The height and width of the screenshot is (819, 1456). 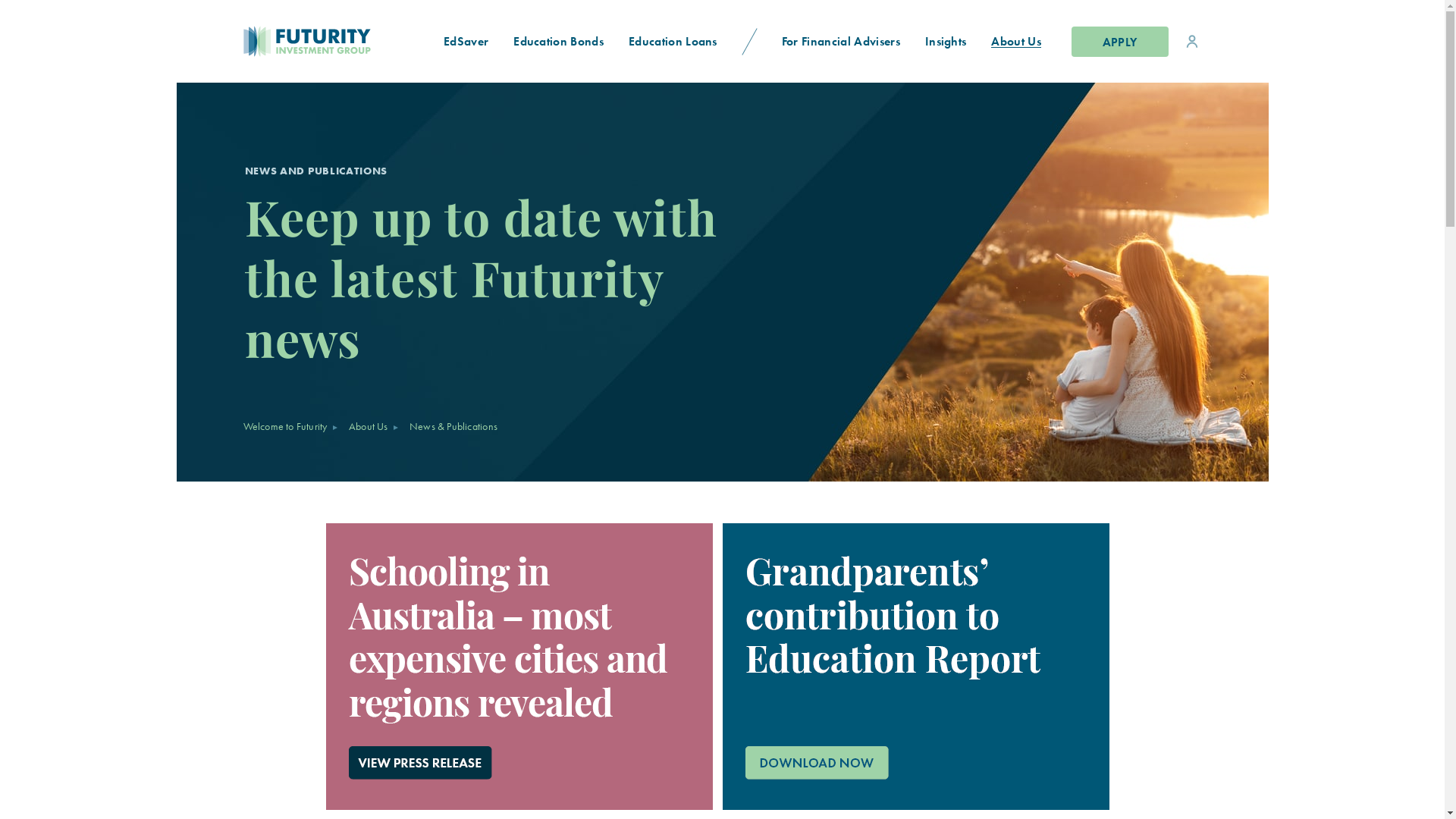 What do you see at coordinates (1016, 40) in the screenshot?
I see `'About Us'` at bounding box center [1016, 40].